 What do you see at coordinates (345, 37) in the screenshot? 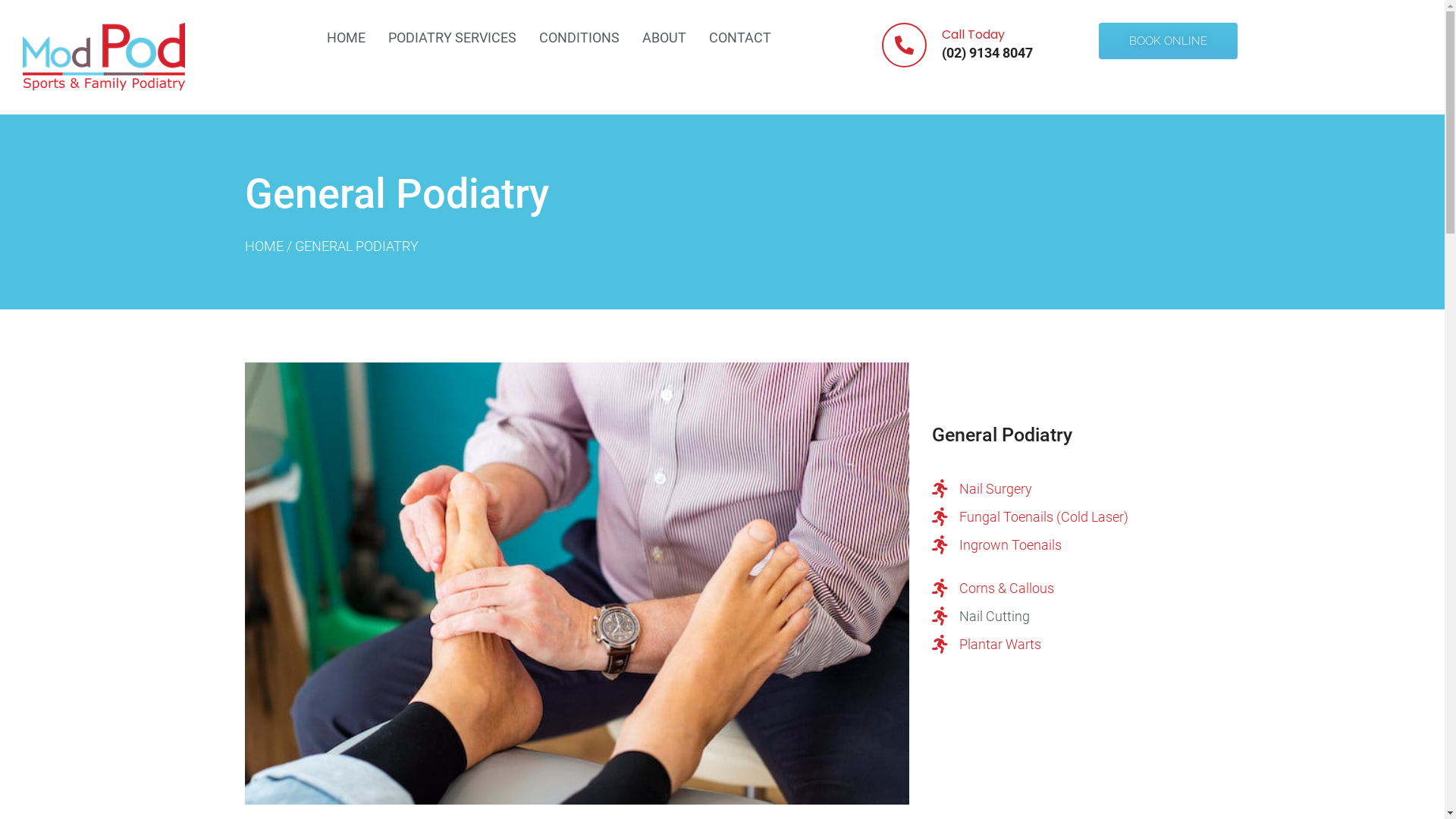
I see `'HOME'` at bounding box center [345, 37].